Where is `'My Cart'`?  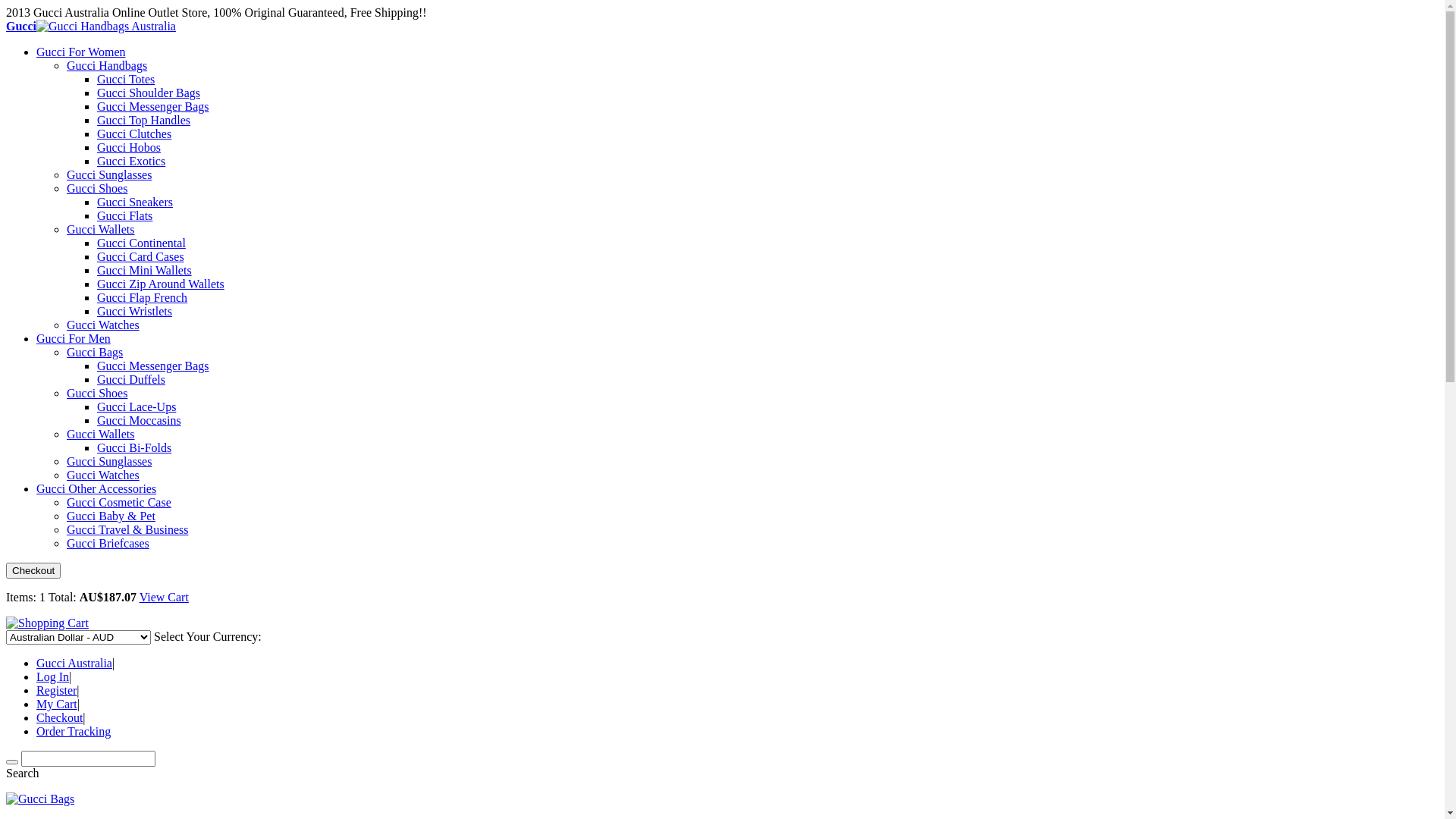 'My Cart' is located at coordinates (57, 704).